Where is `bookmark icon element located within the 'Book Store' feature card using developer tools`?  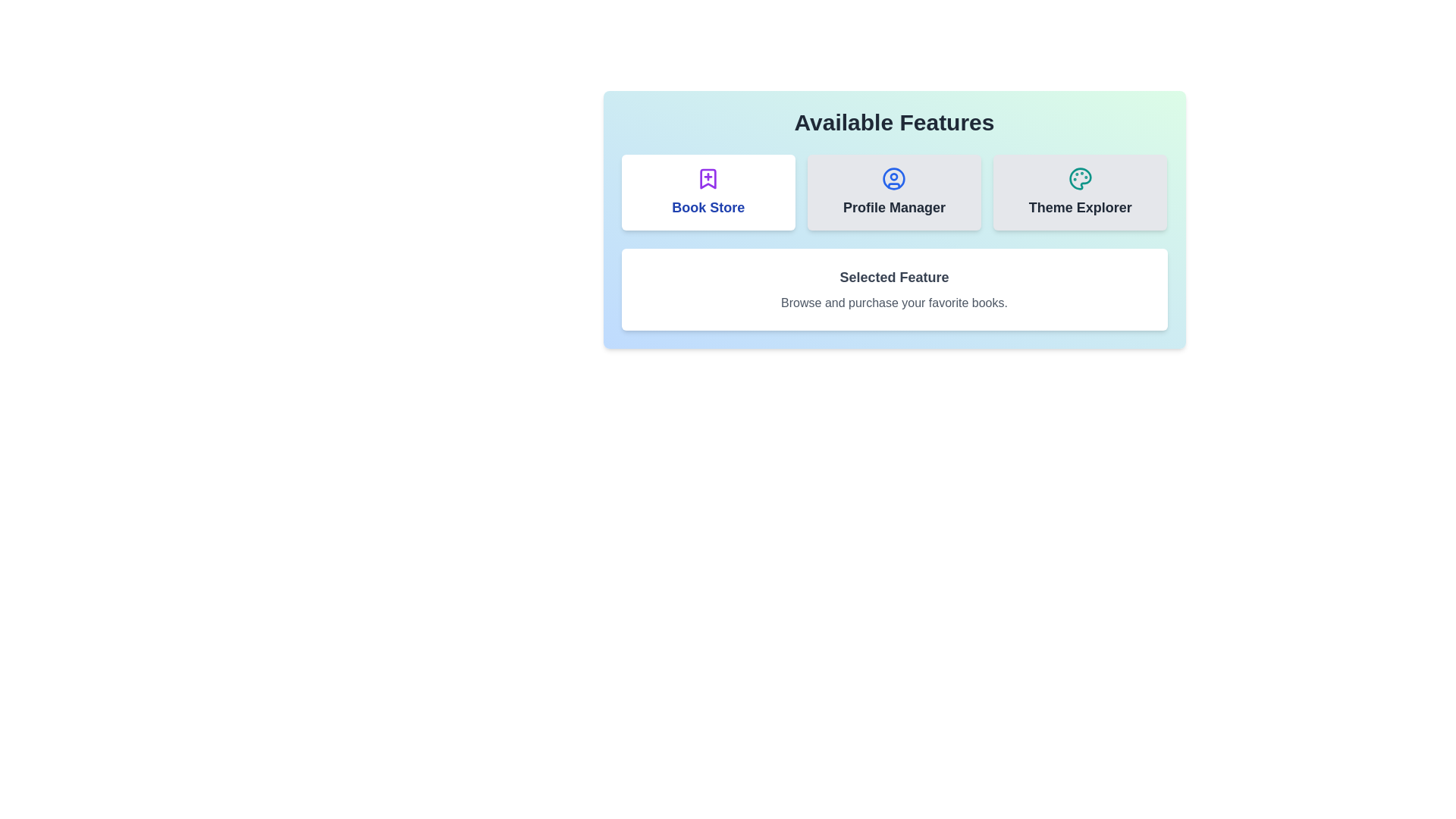 bookmark icon element located within the 'Book Store' feature card using developer tools is located at coordinates (708, 177).